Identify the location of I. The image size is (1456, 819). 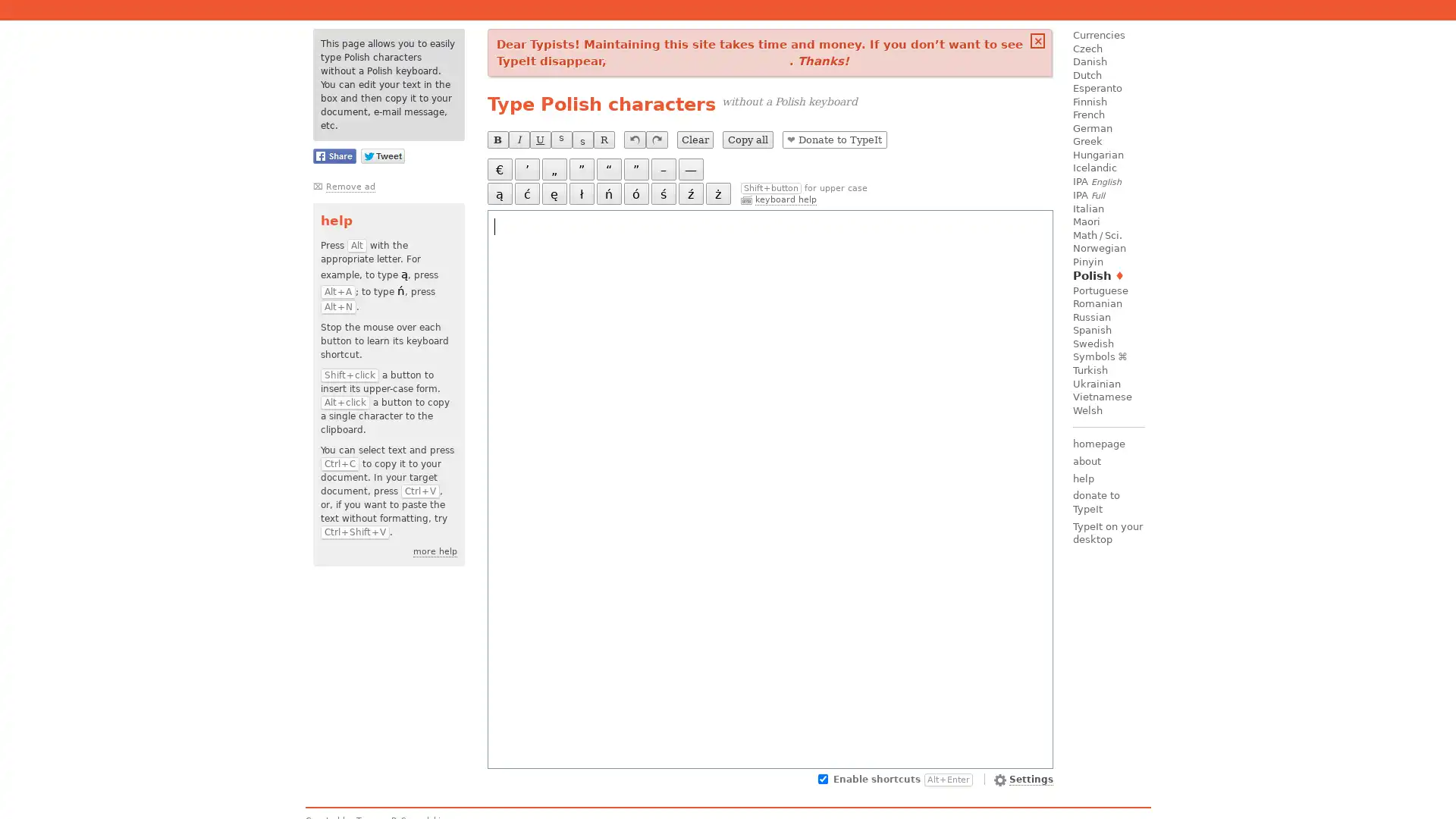
(518, 140).